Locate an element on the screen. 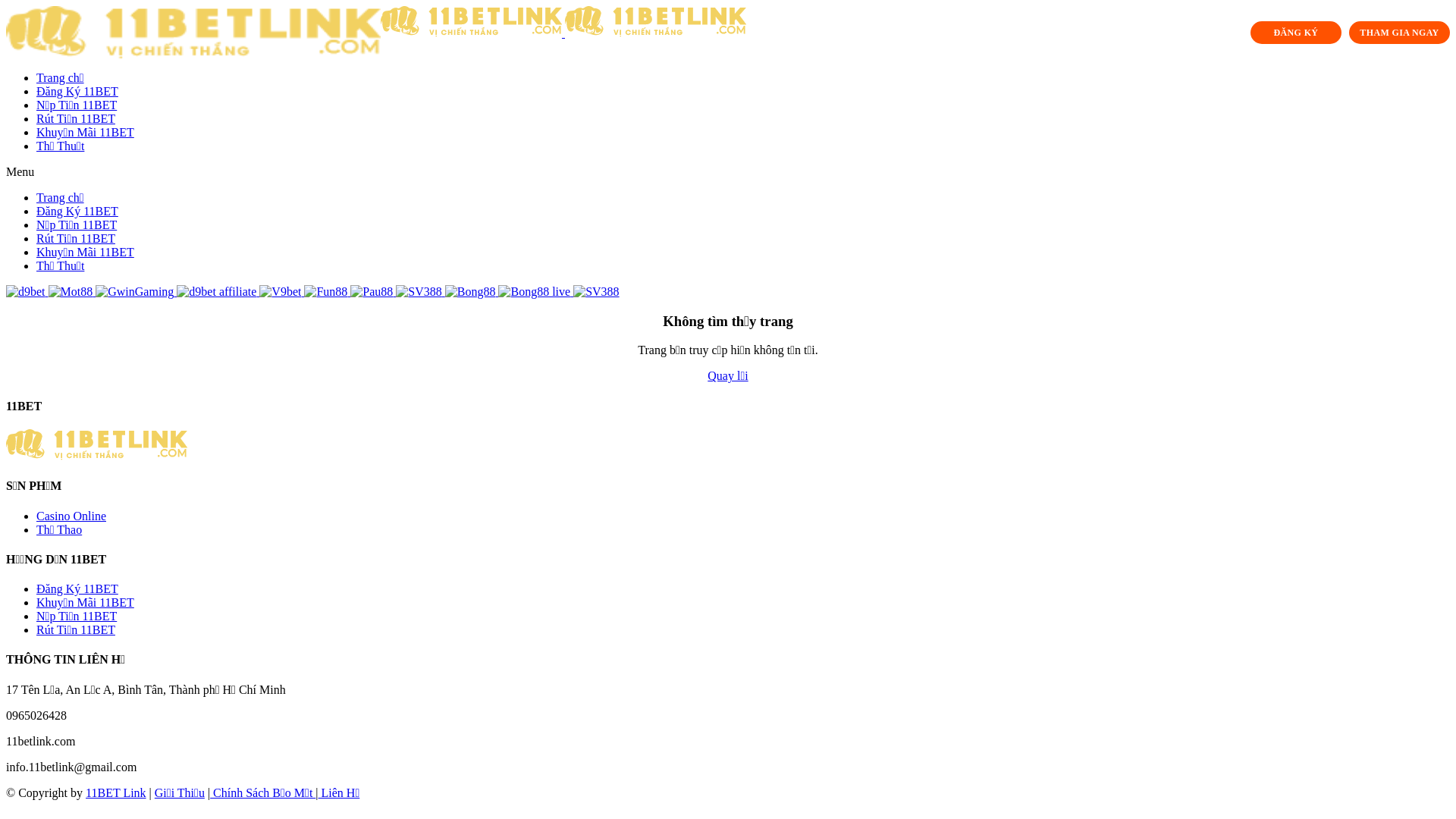  'Mot88' is located at coordinates (71, 291).